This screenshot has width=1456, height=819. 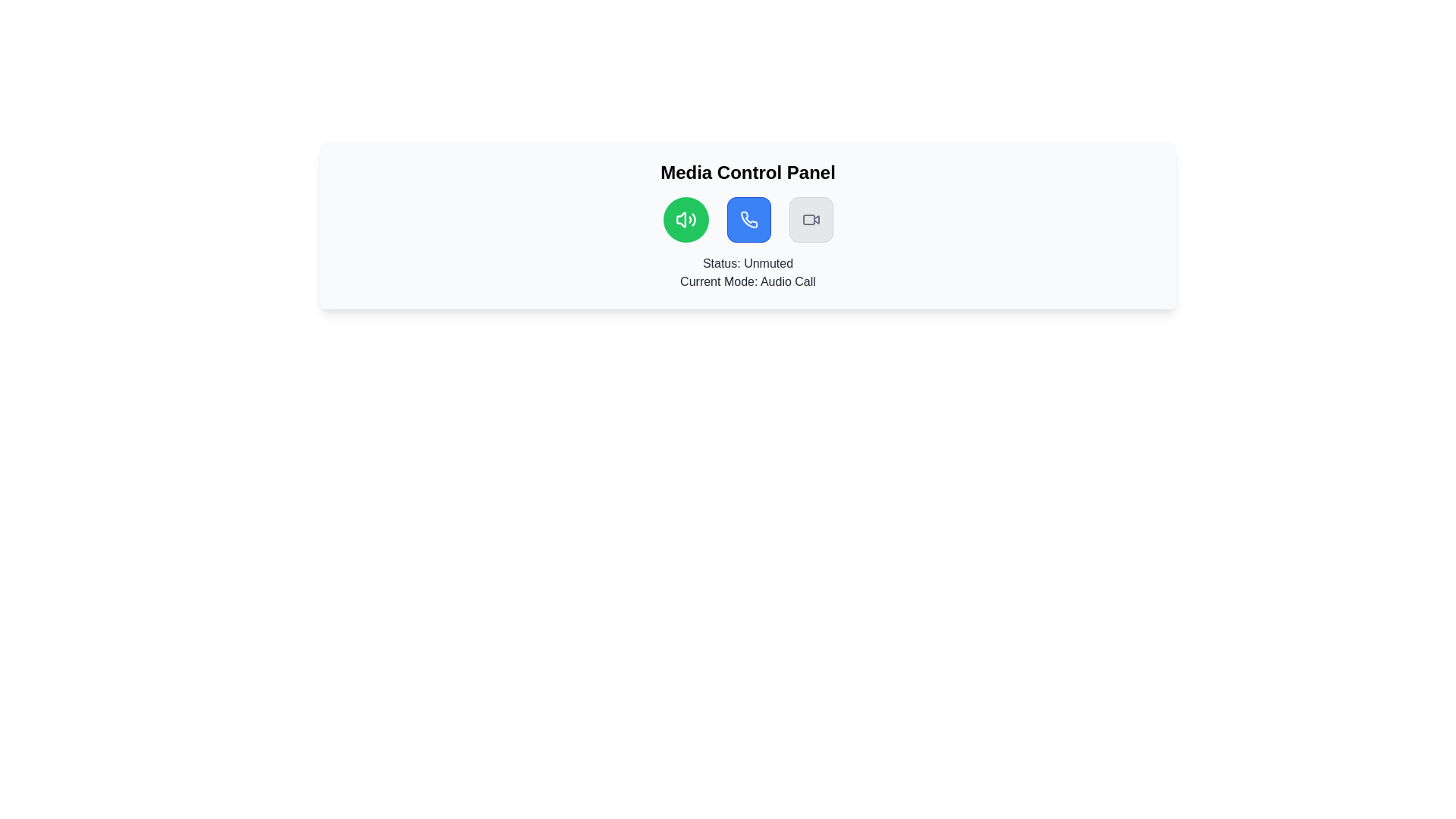 I want to click on the Informational Text Label that indicates 'Audio Call', which is located below the 'Status: Unmuted' text in the Media Control Panel, so click(x=748, y=281).